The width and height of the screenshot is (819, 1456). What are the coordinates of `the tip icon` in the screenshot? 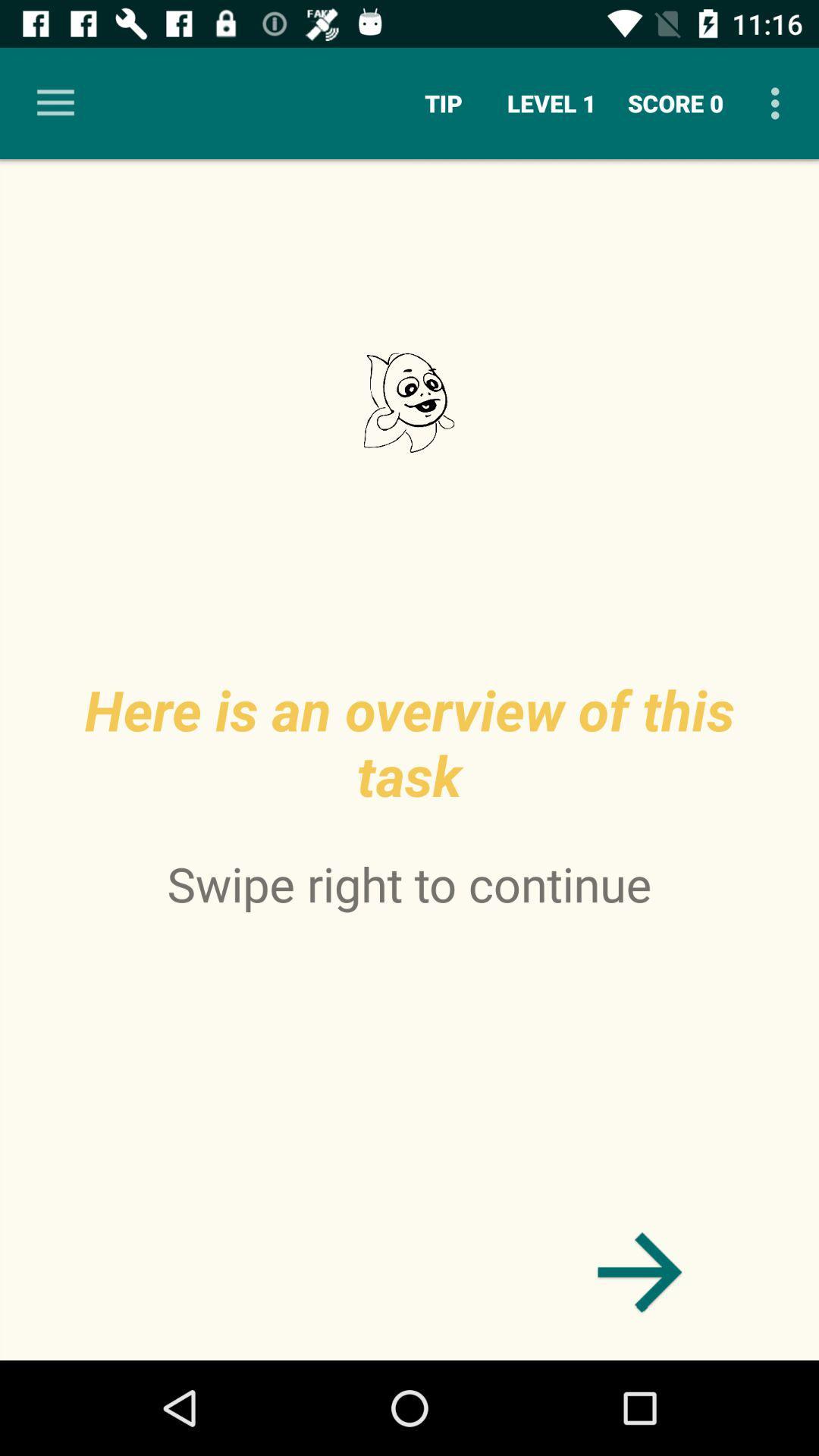 It's located at (444, 102).